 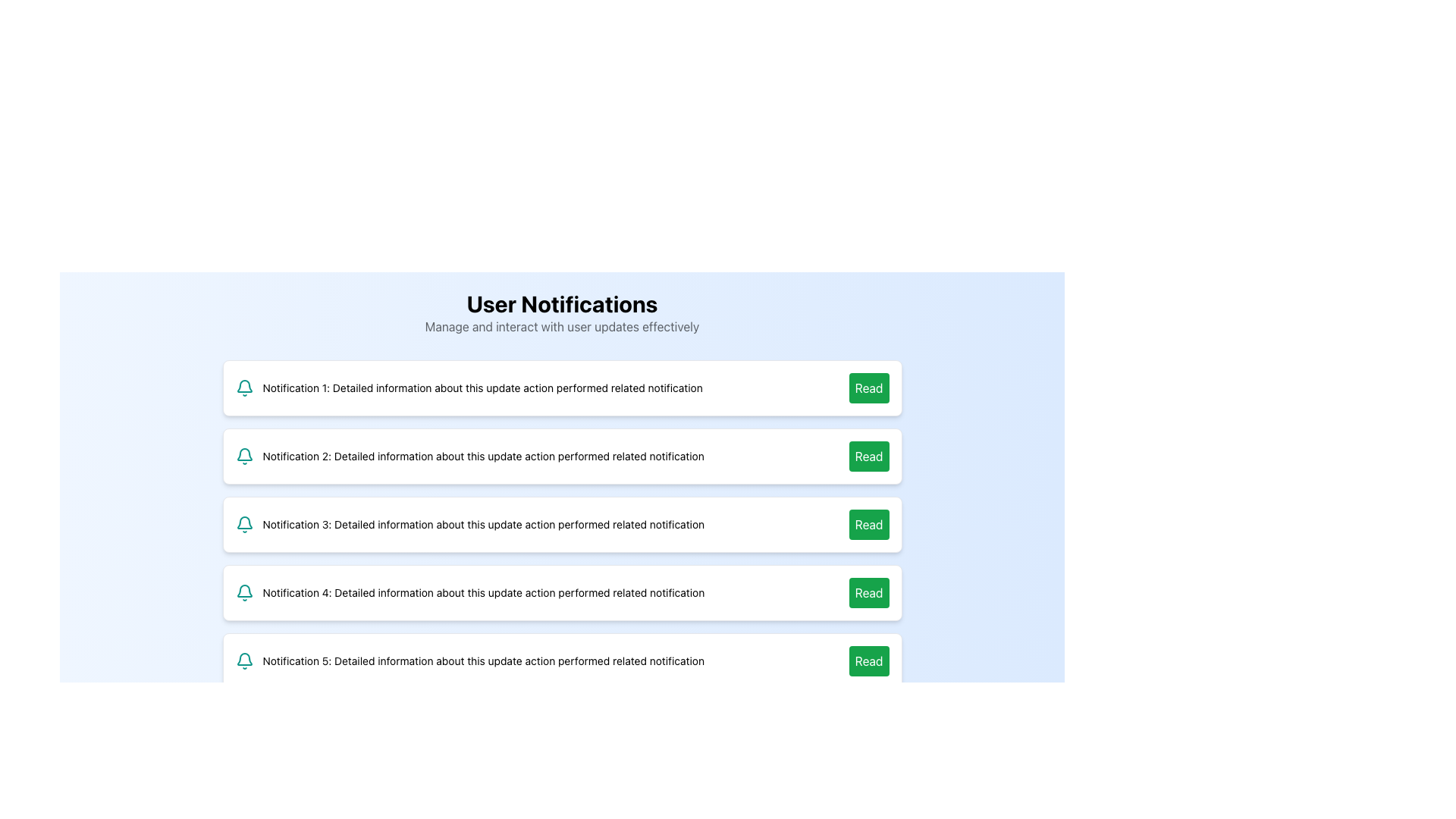 I want to click on the notification display element, which is the fifth item in a vertical list of notifications, so click(x=561, y=660).